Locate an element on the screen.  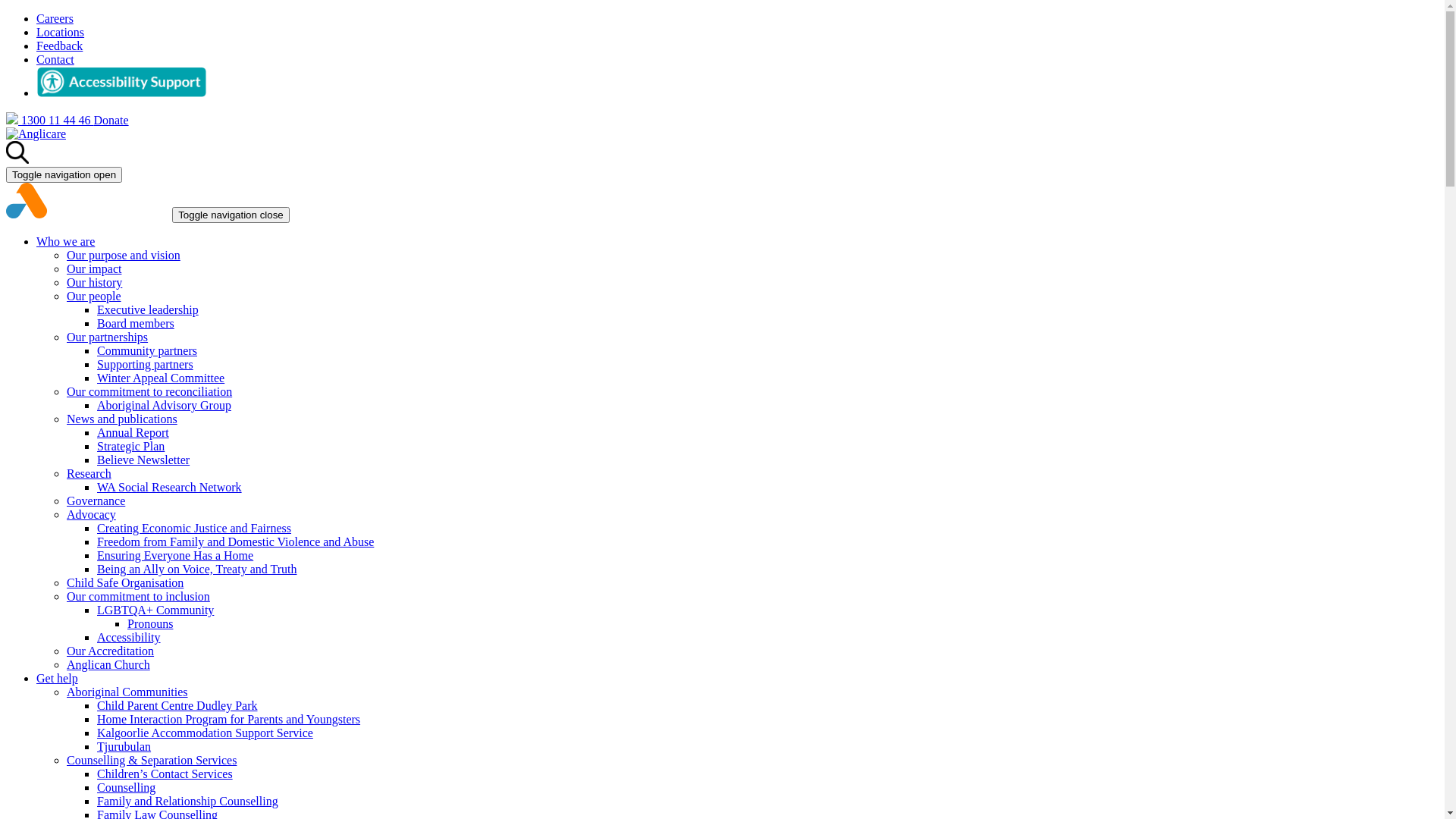
'Feedback' is located at coordinates (59, 45).